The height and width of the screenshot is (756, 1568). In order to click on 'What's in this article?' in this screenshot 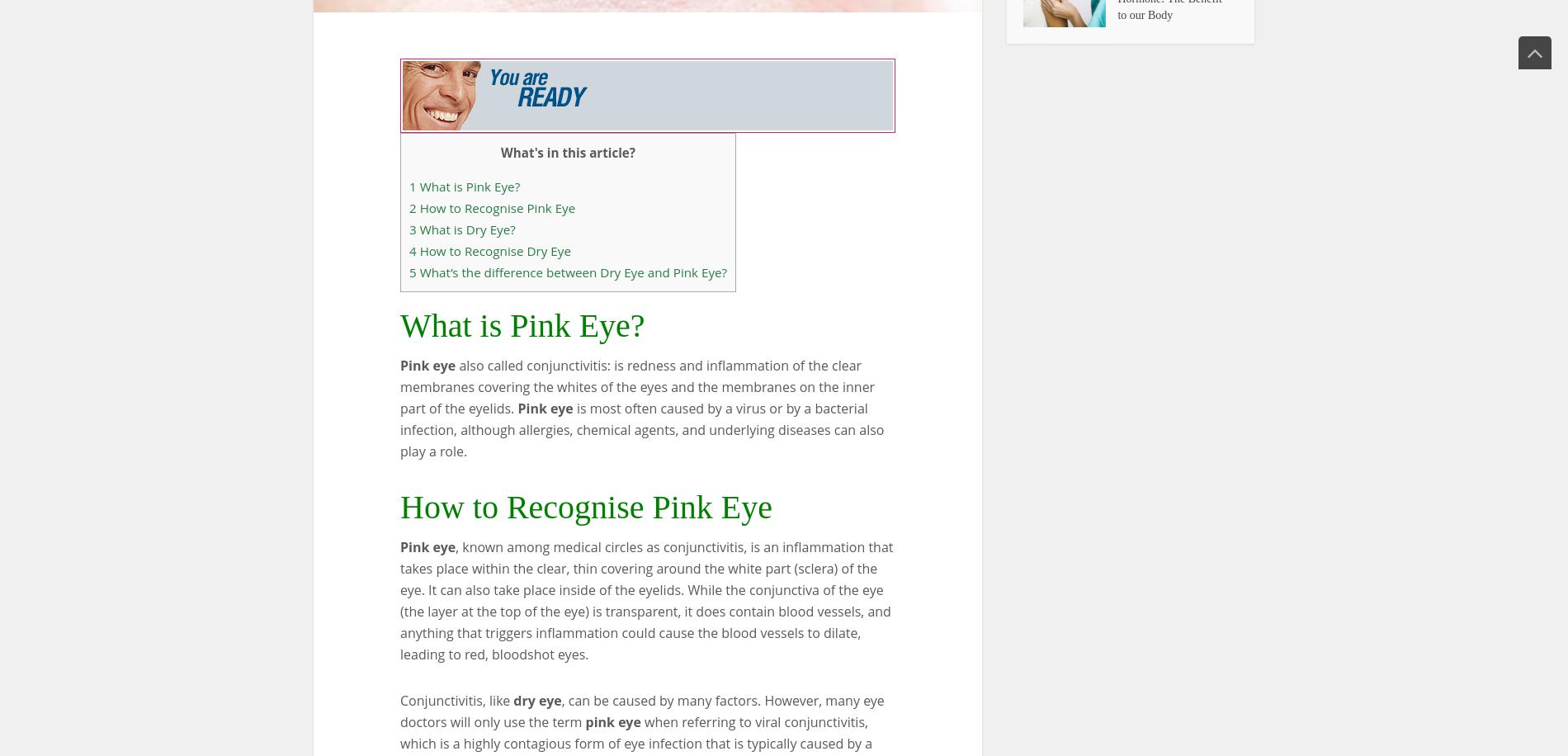, I will do `click(568, 152)`.